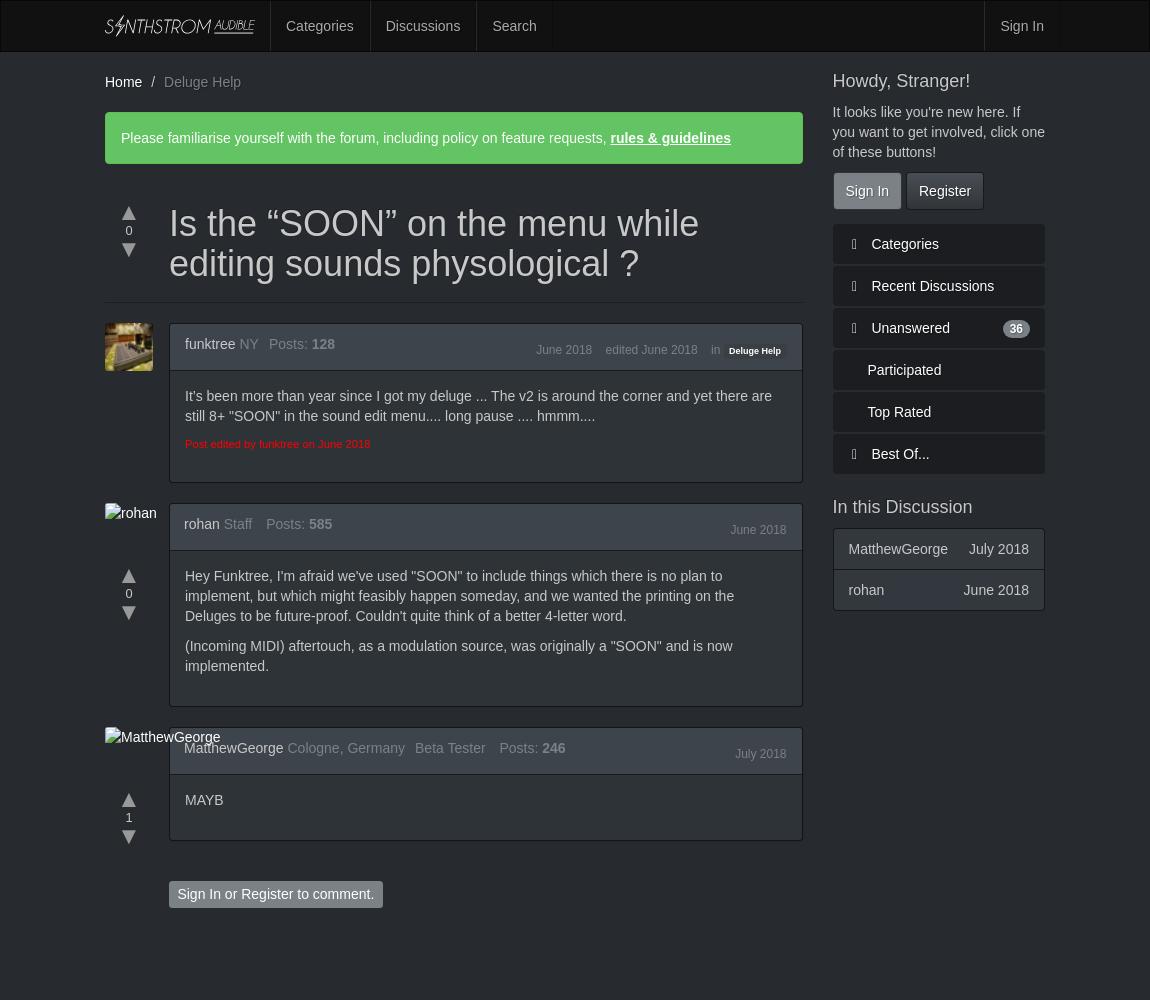  What do you see at coordinates (901, 506) in the screenshot?
I see `'In this Discussion'` at bounding box center [901, 506].